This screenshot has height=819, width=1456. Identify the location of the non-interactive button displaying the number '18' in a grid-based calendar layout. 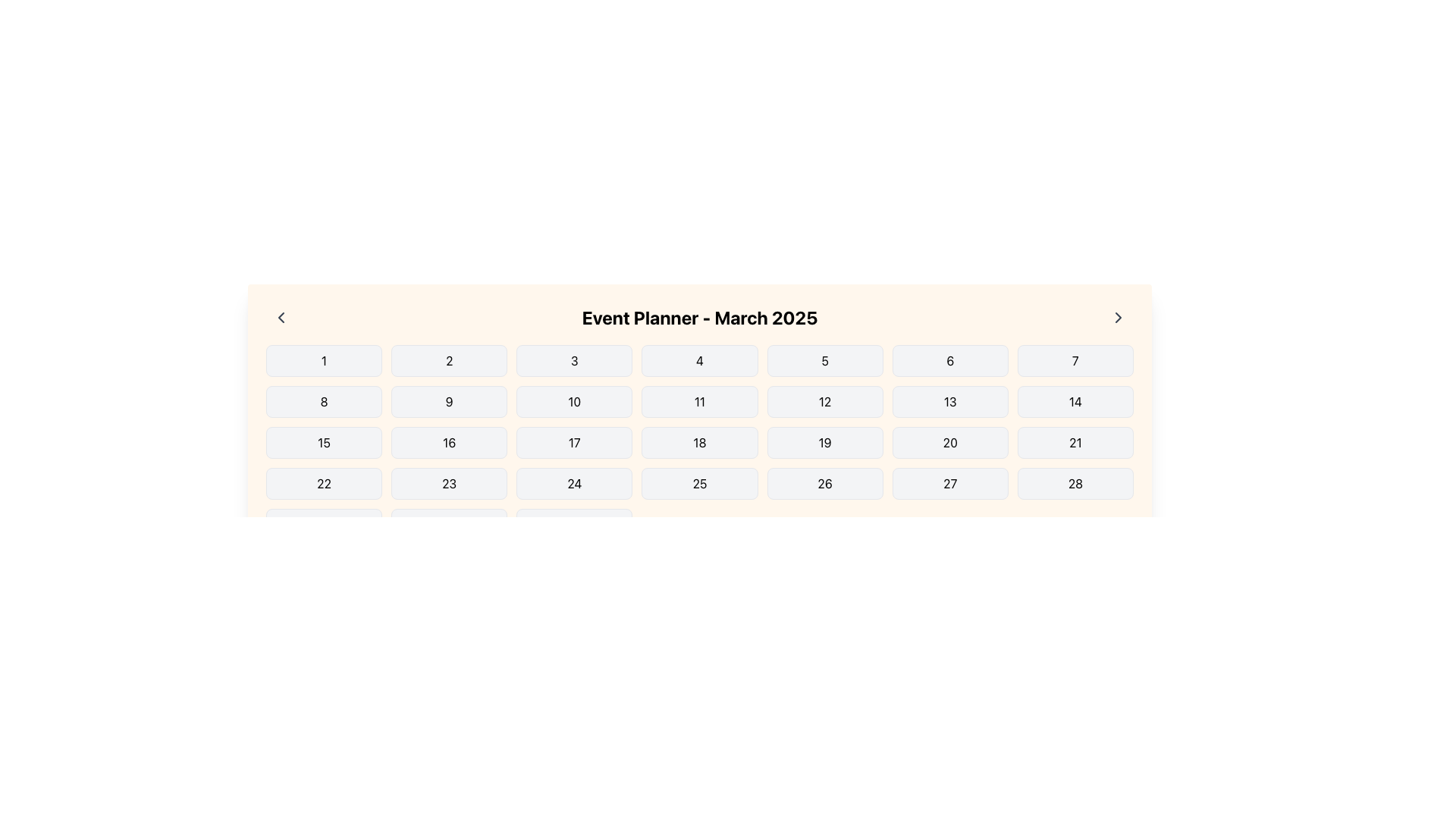
(698, 442).